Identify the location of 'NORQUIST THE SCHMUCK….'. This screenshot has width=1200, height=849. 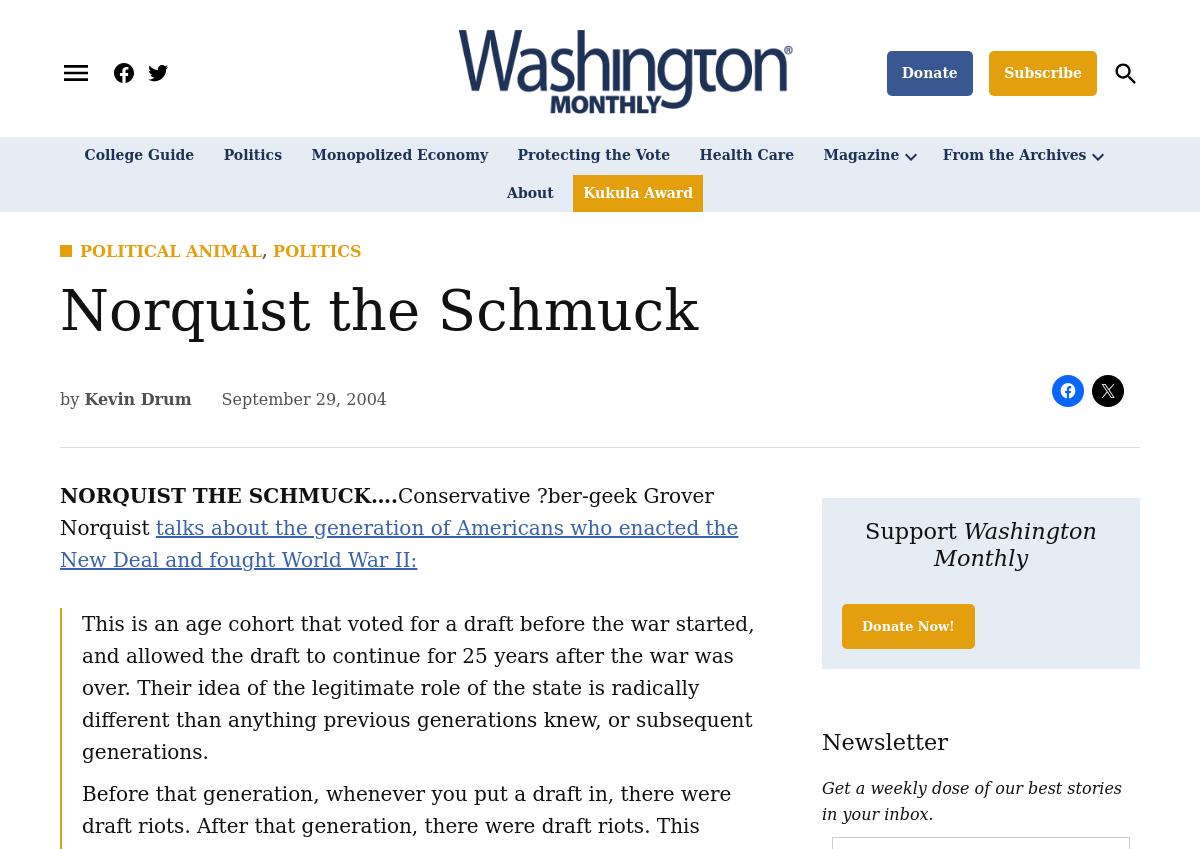
(227, 493).